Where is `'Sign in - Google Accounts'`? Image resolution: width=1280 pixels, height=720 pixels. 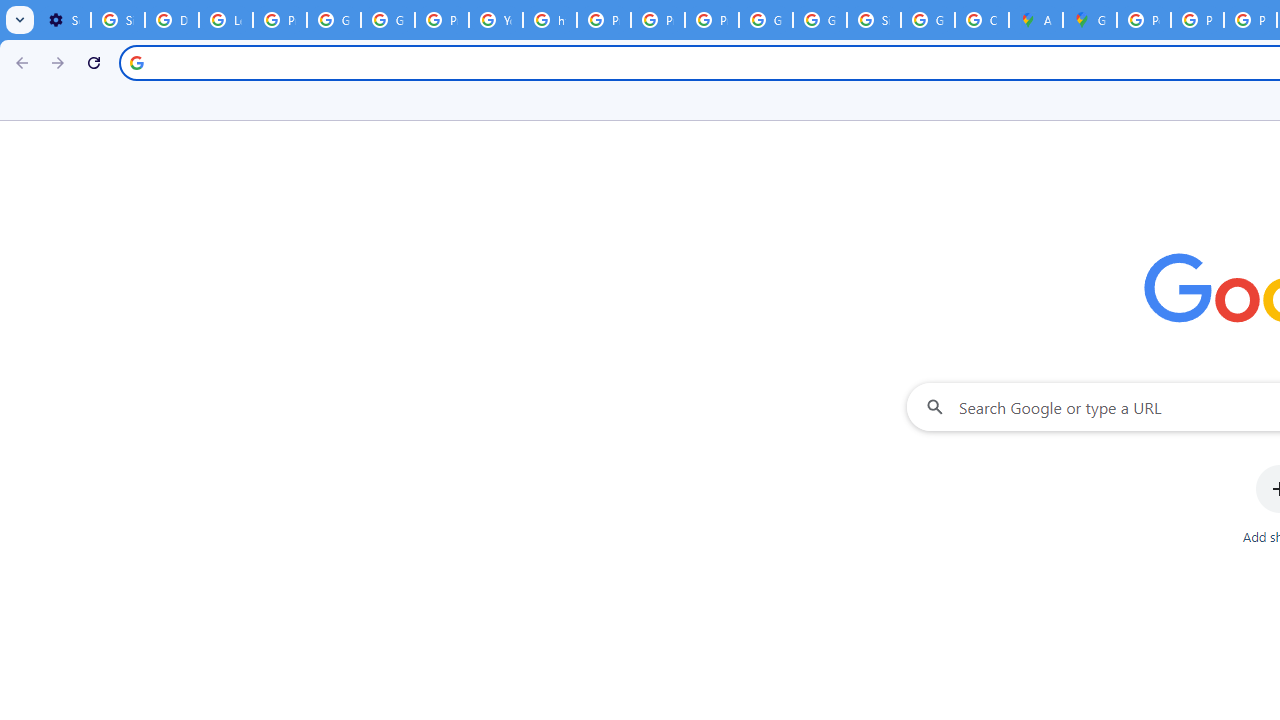 'Sign in - Google Accounts' is located at coordinates (116, 20).